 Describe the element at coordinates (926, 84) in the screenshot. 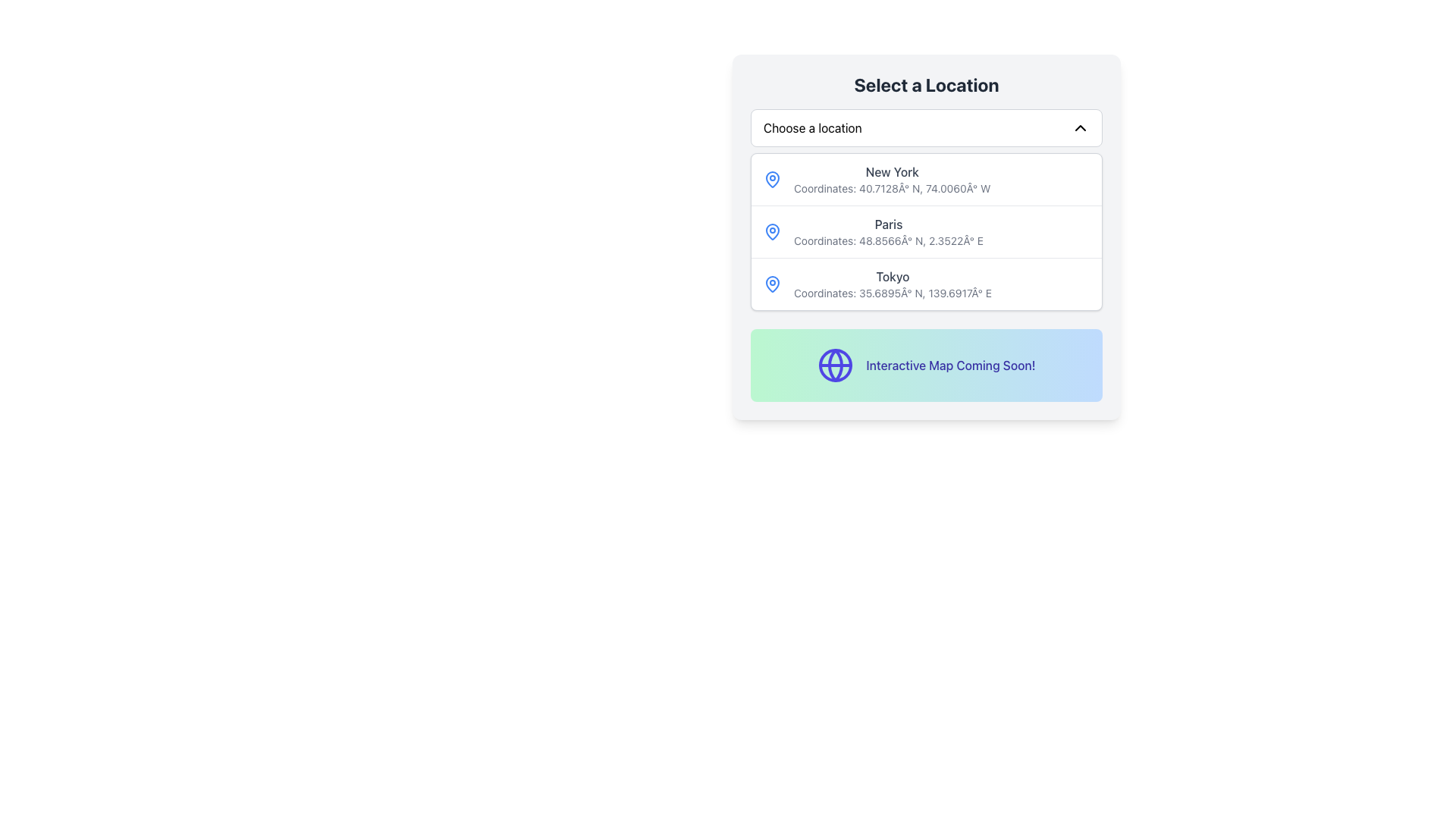

I see `the Text Label that serves as the title for the location selection section, positioned at the top of the interface` at that location.